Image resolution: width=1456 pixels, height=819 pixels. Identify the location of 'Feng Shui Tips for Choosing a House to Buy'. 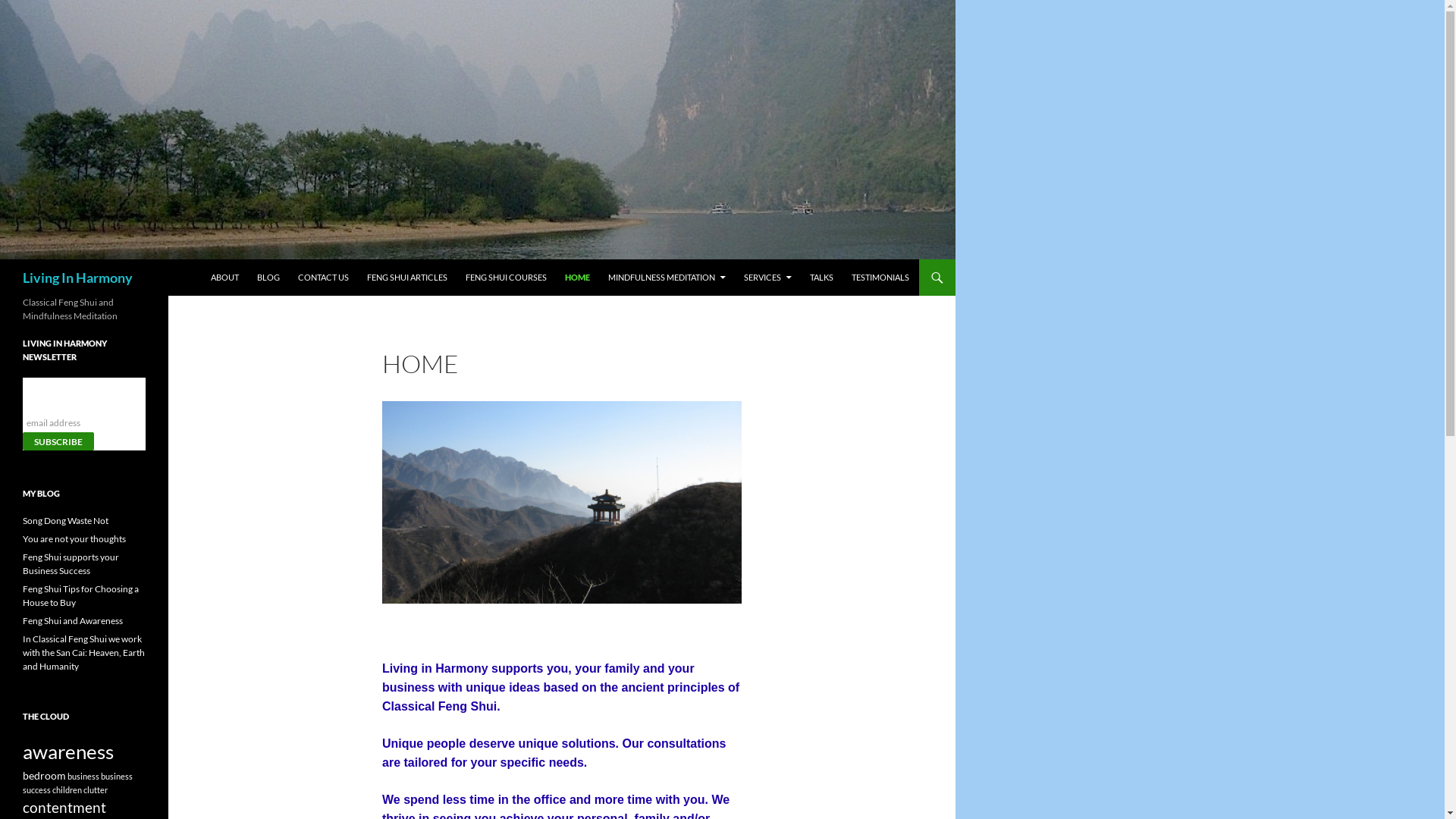
(80, 595).